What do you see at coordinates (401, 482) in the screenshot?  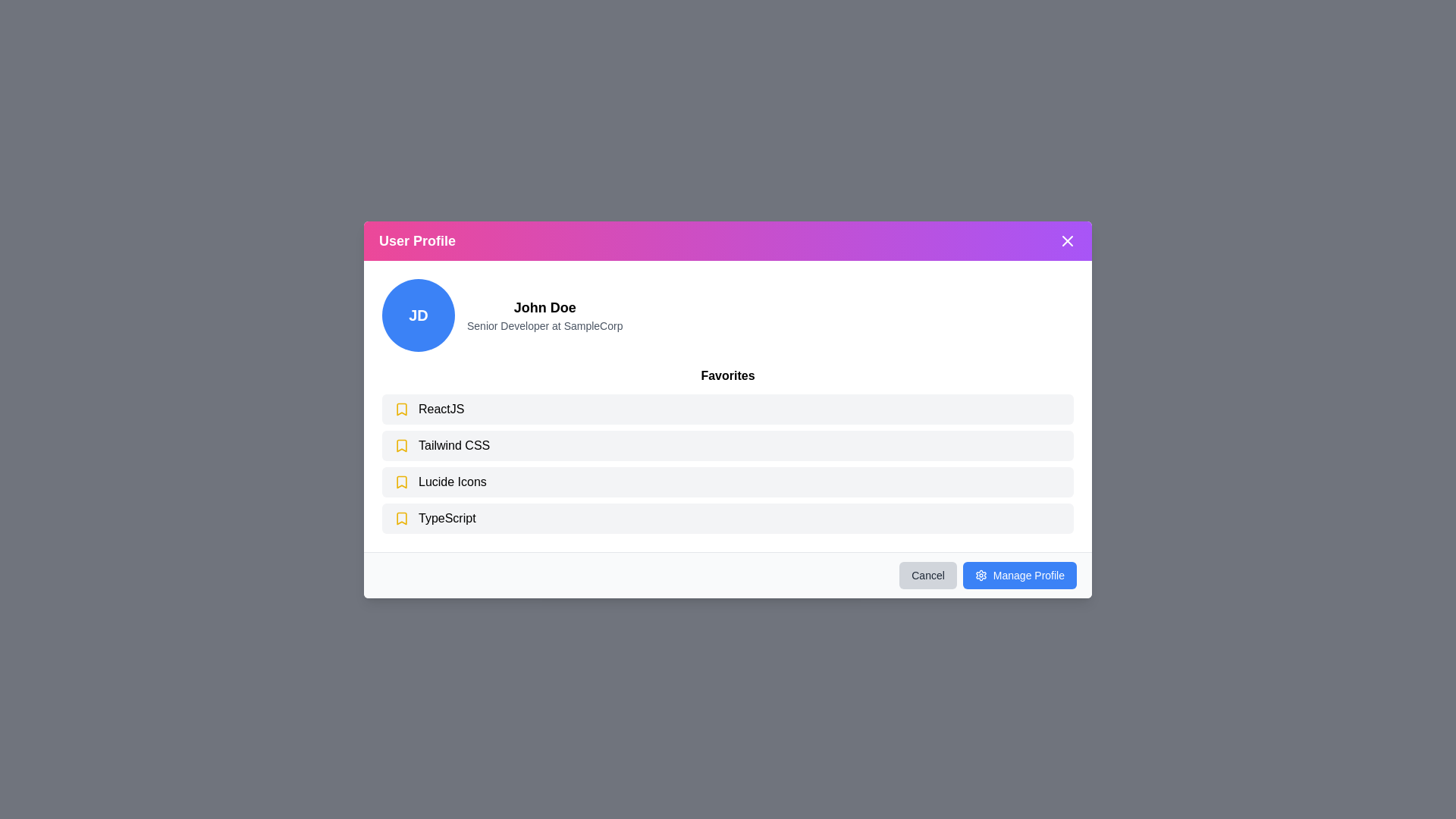 I see `the yellow bookmark icon located next to the text 'Lucide Icons' in the 'Favorites' section of the 'User Profile' dialog` at bounding box center [401, 482].